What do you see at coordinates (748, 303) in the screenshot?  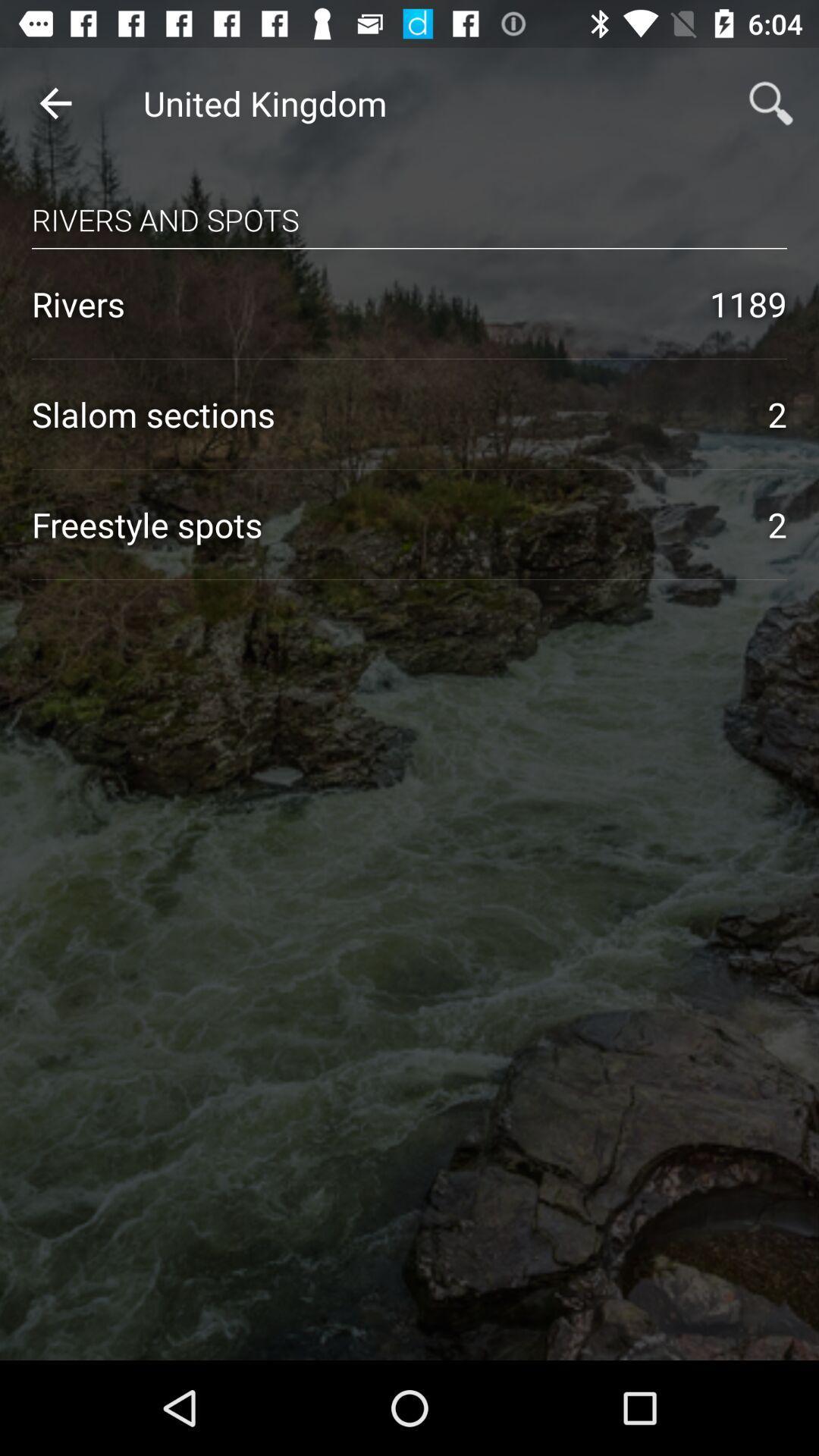 I see `1189 icon` at bounding box center [748, 303].